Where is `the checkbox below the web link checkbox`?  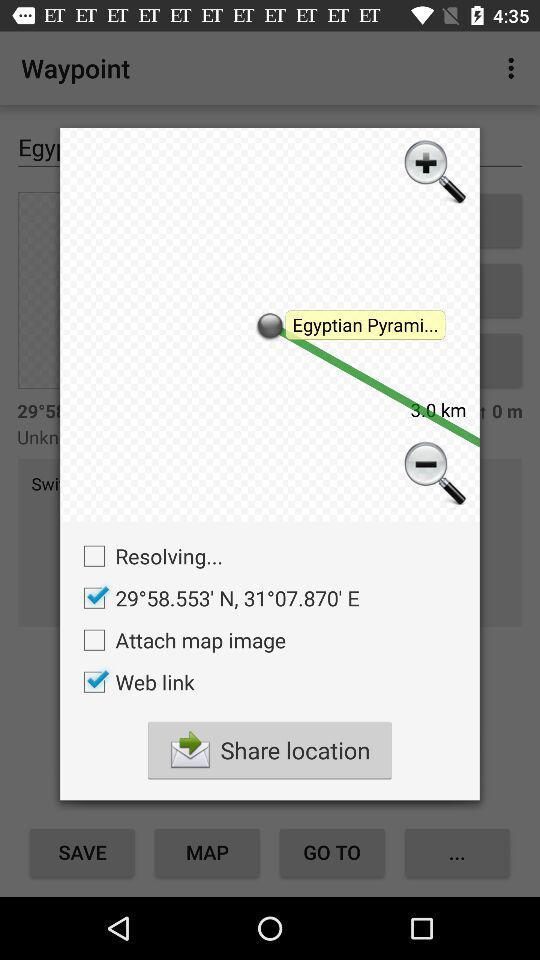 the checkbox below the web link checkbox is located at coordinates (269, 749).